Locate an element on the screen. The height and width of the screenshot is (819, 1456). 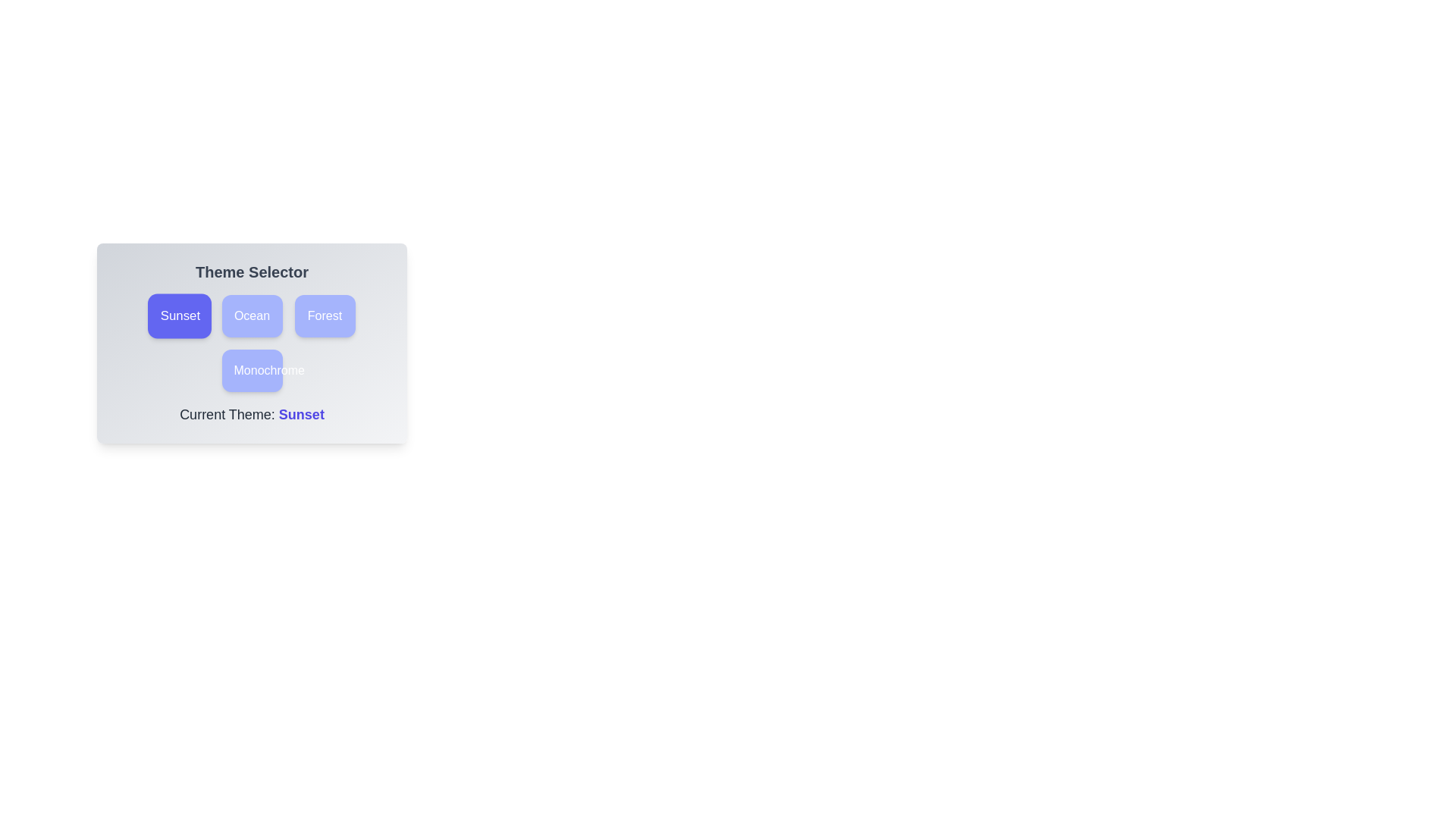
the theme Ocean by clicking on its corresponding button is located at coordinates (252, 315).